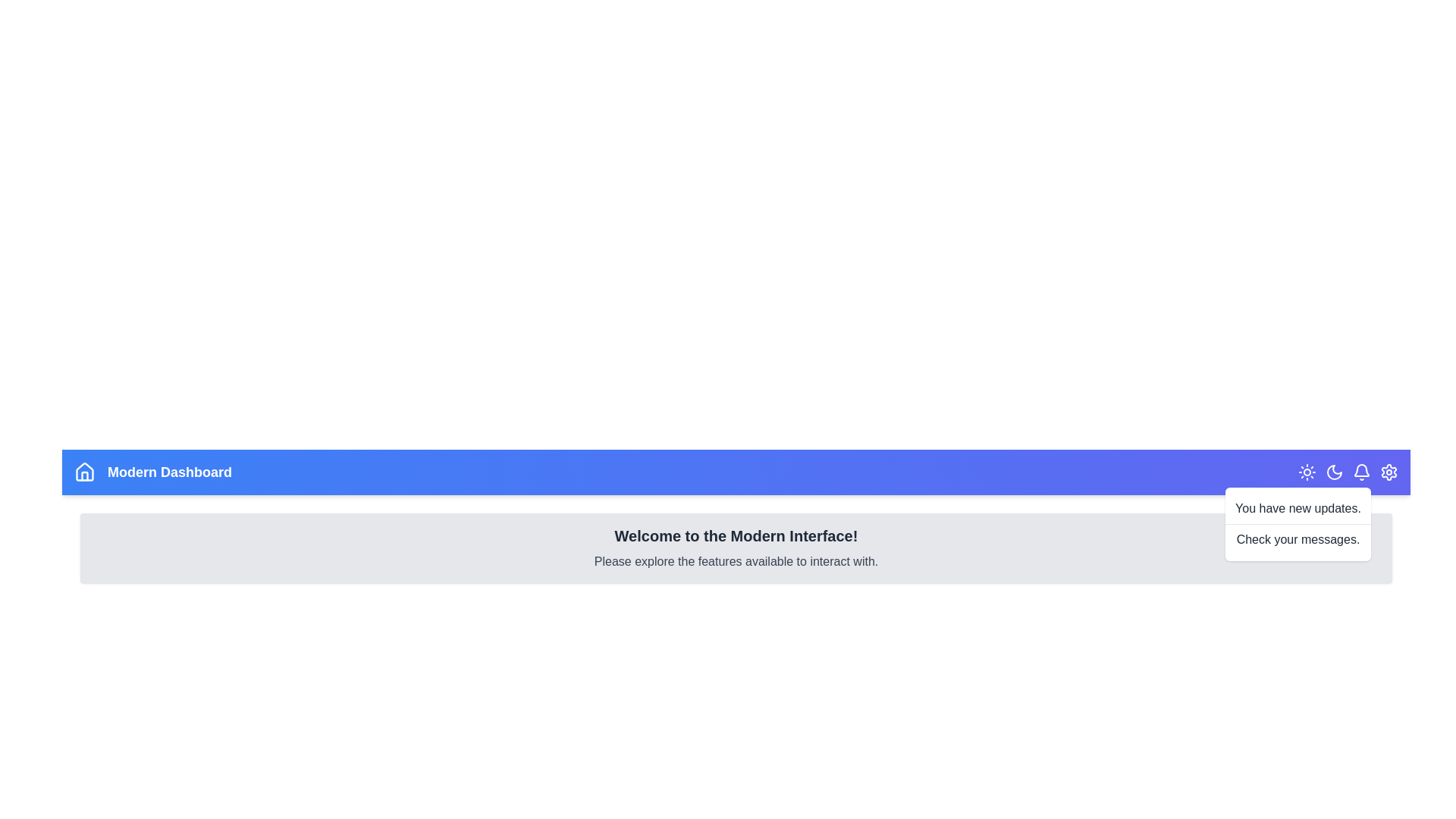 The width and height of the screenshot is (1456, 819). Describe the element at coordinates (83, 472) in the screenshot. I see `the home icon to navigate to the home page` at that location.